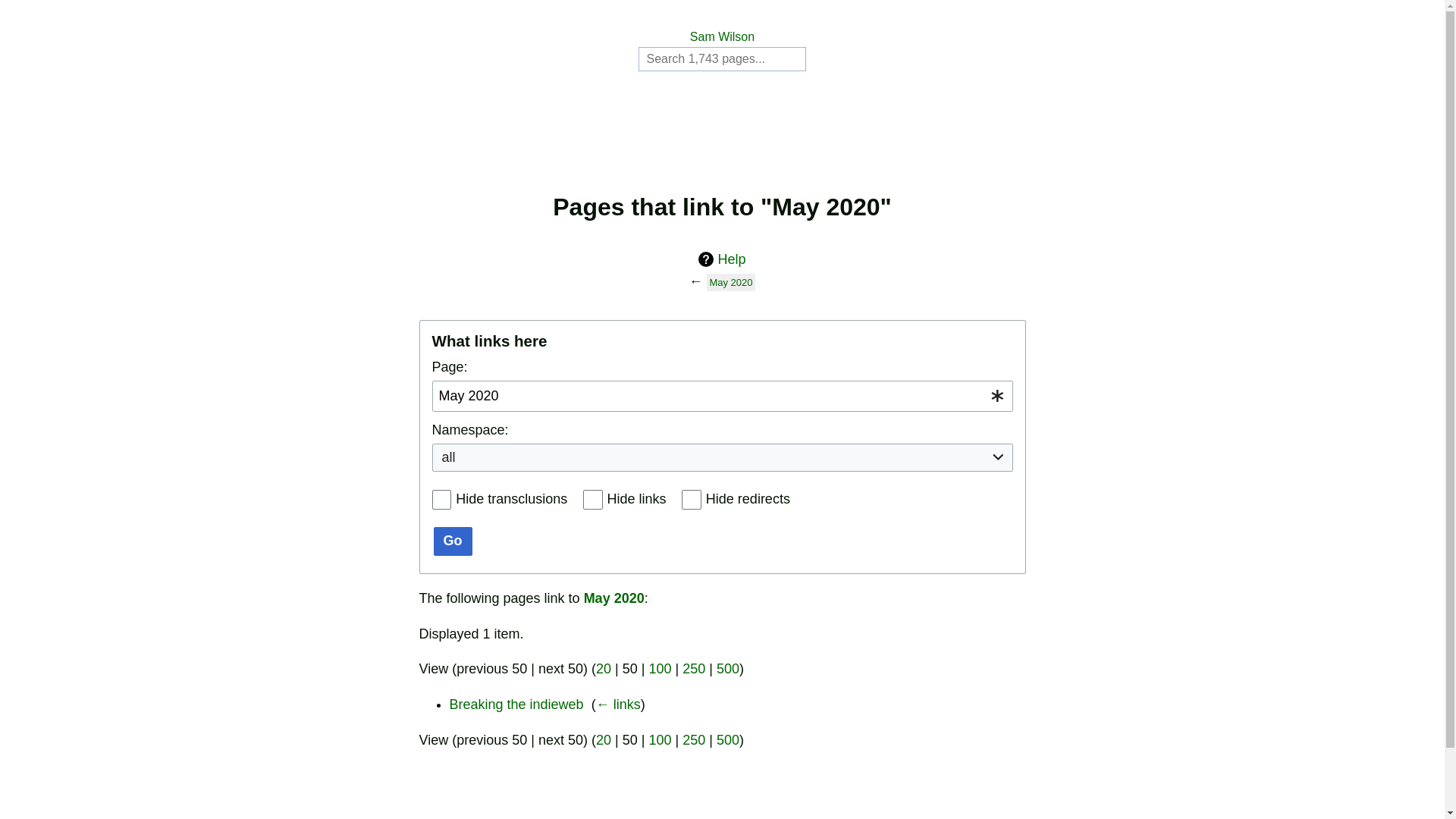 The width and height of the screenshot is (1456, 819). What do you see at coordinates (603, 739) in the screenshot?
I see `'20'` at bounding box center [603, 739].